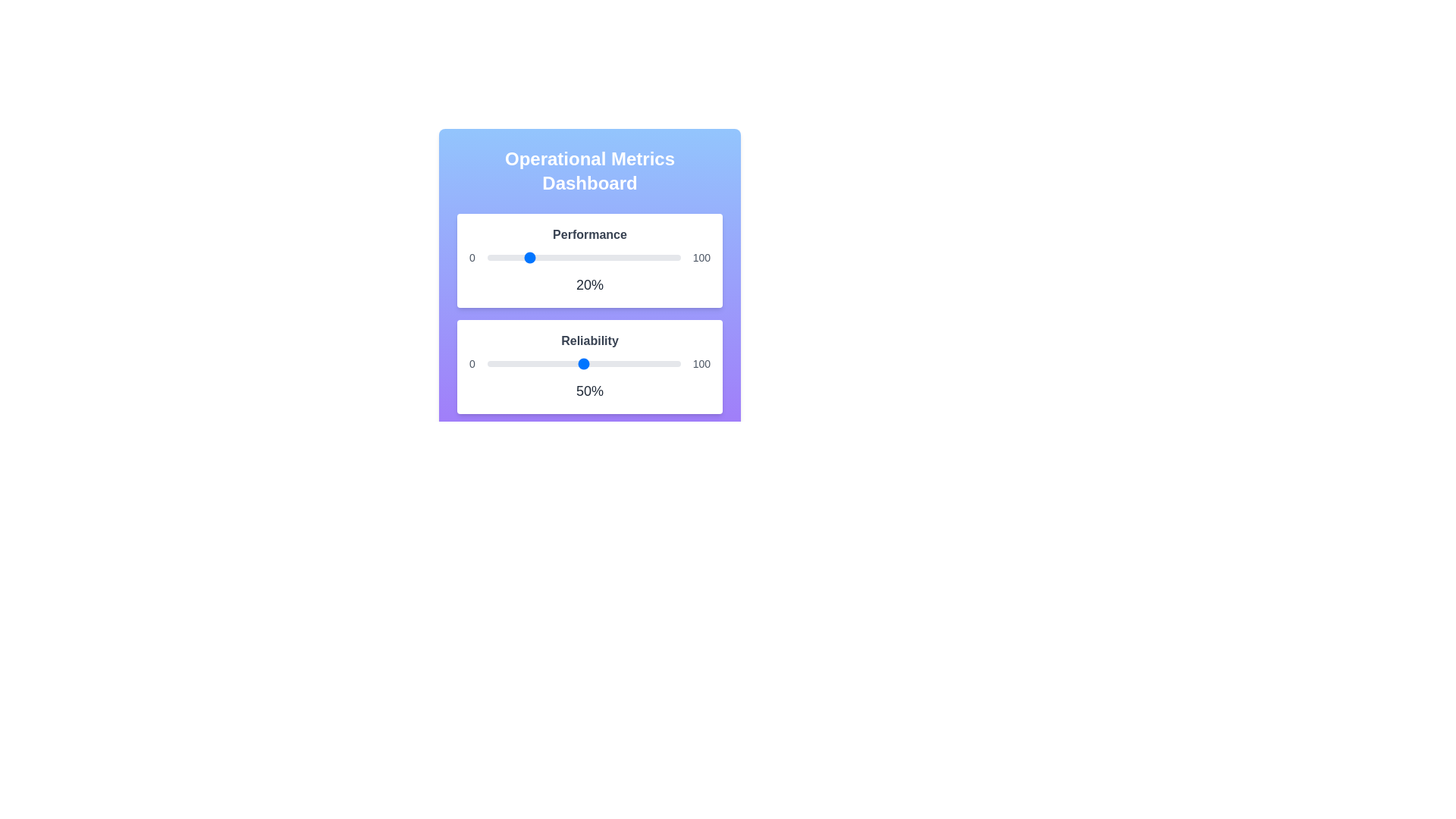 This screenshot has height=819, width=1456. Describe the element at coordinates (583, 363) in the screenshot. I see `the knob of the horizontal slider marked at the midpoint under the label 'Reliability'` at that location.